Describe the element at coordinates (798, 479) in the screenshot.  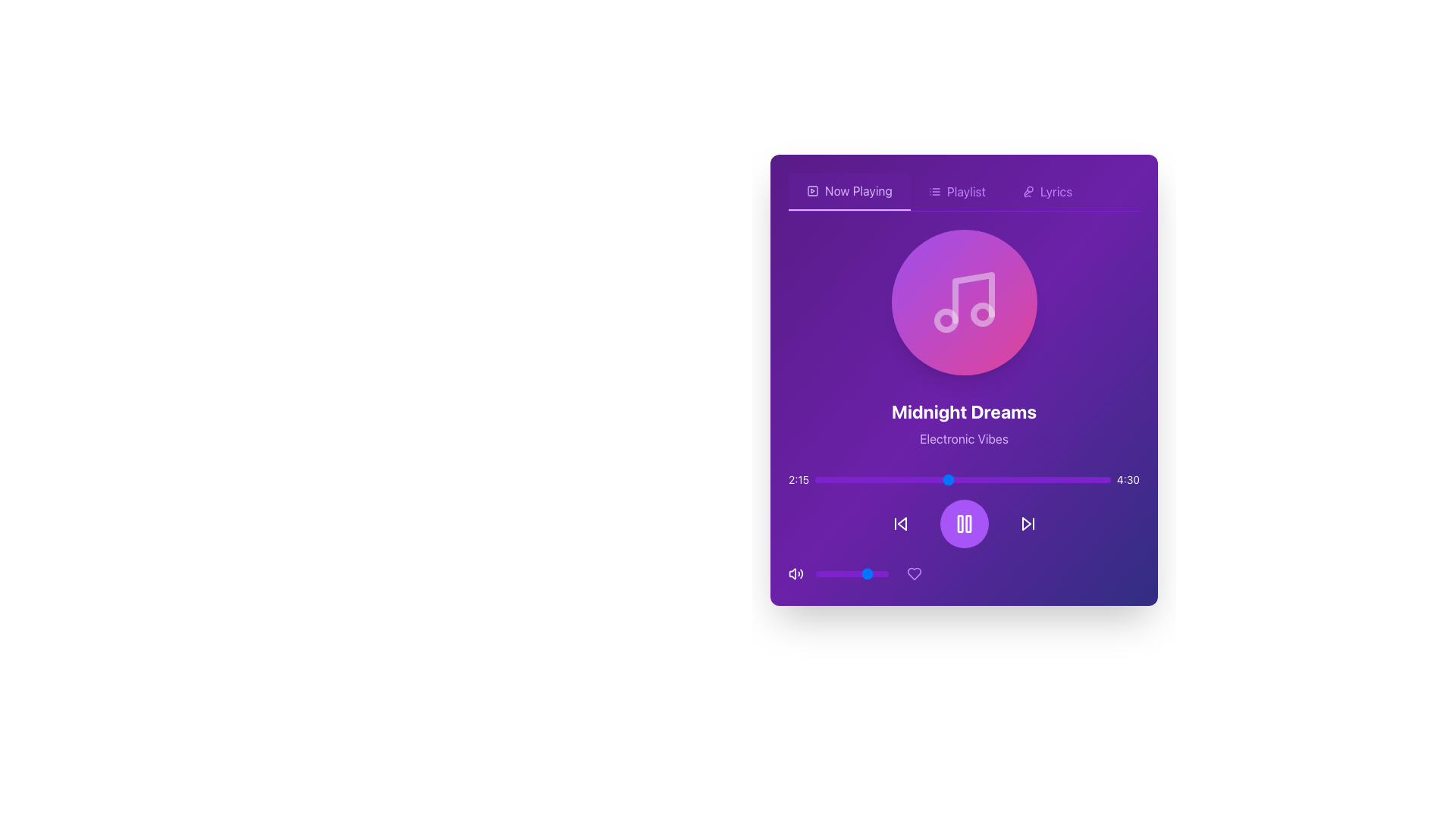
I see `the static text display element showing '2:15', which is styled against a purple background and is located to the left of a progress bar` at that location.